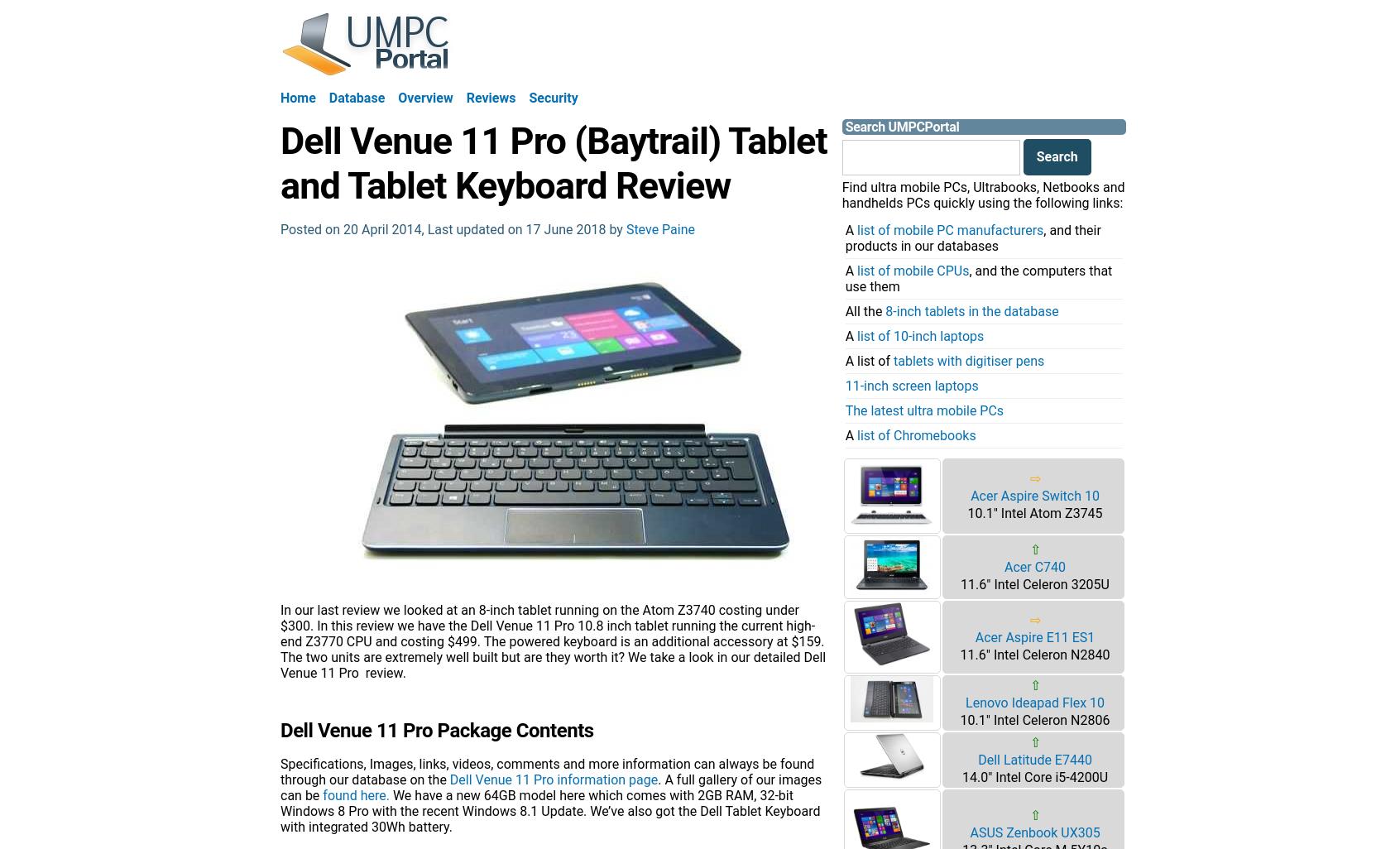 The height and width of the screenshot is (849, 1400). What do you see at coordinates (864, 309) in the screenshot?
I see `'All the'` at bounding box center [864, 309].